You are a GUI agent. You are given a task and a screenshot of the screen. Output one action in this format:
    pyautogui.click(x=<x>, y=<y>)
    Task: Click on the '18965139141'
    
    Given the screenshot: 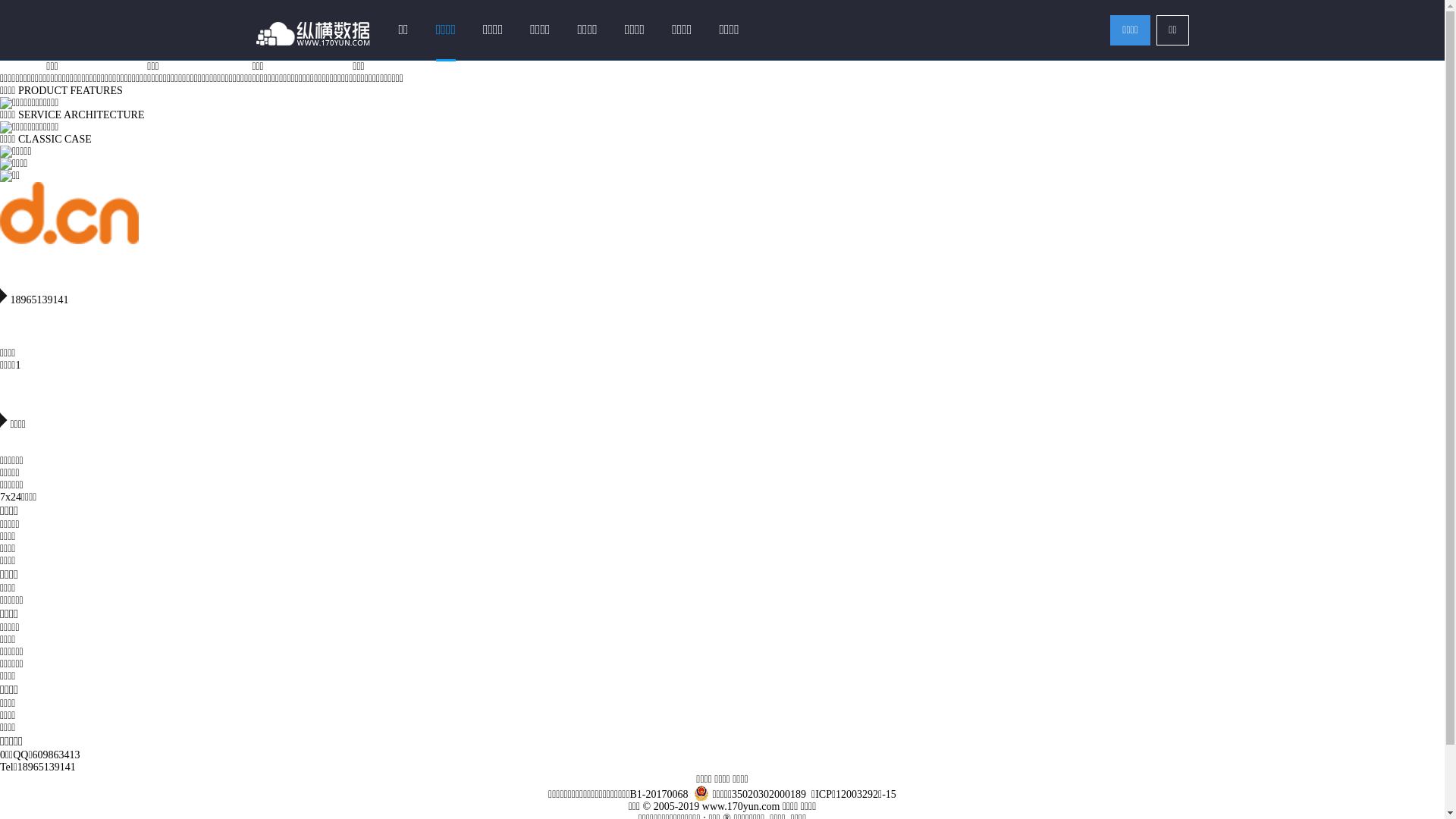 What is the action you would take?
    pyautogui.click(x=0, y=291)
    